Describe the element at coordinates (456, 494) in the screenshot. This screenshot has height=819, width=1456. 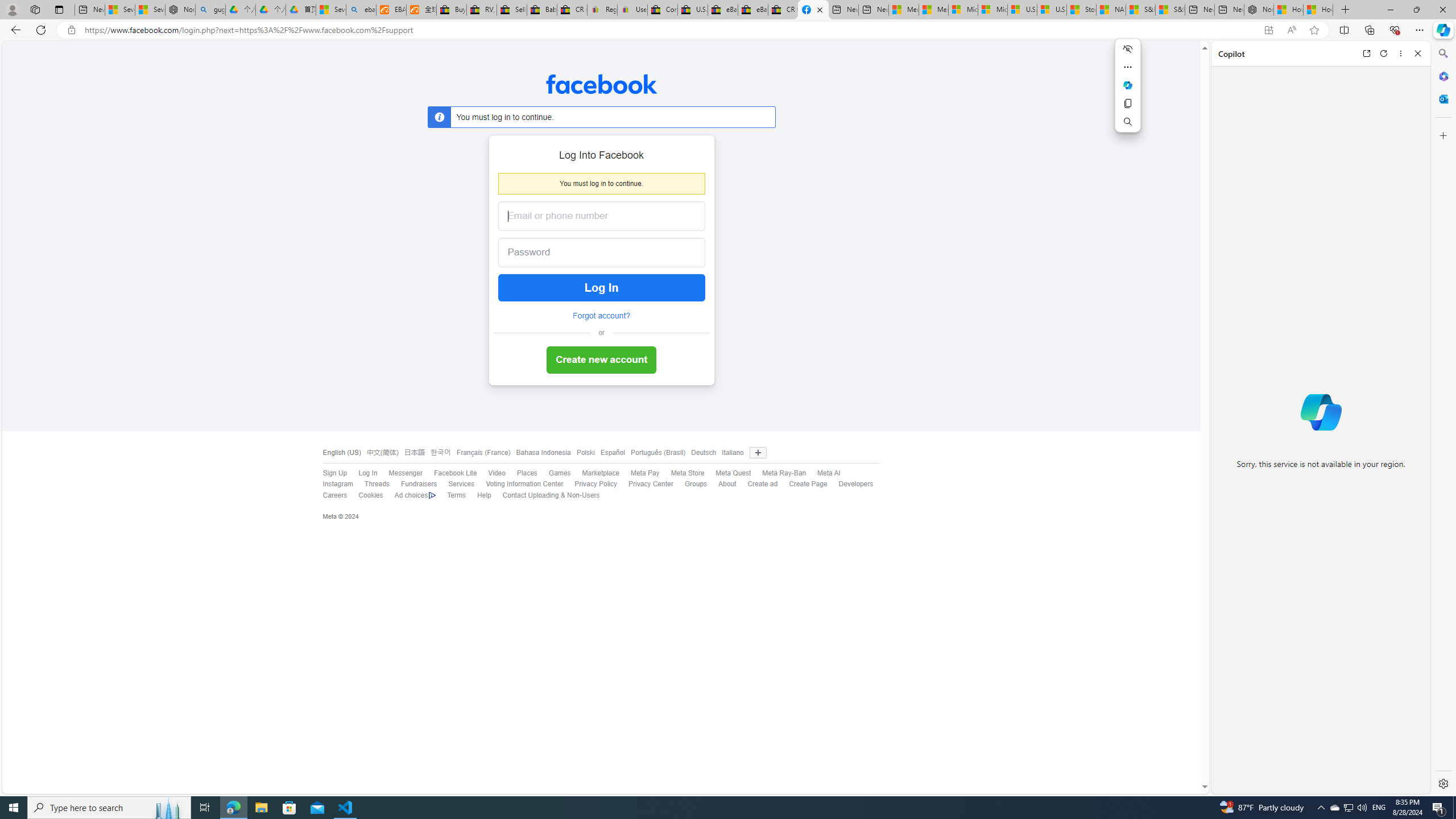
I see `'Terms'` at that location.